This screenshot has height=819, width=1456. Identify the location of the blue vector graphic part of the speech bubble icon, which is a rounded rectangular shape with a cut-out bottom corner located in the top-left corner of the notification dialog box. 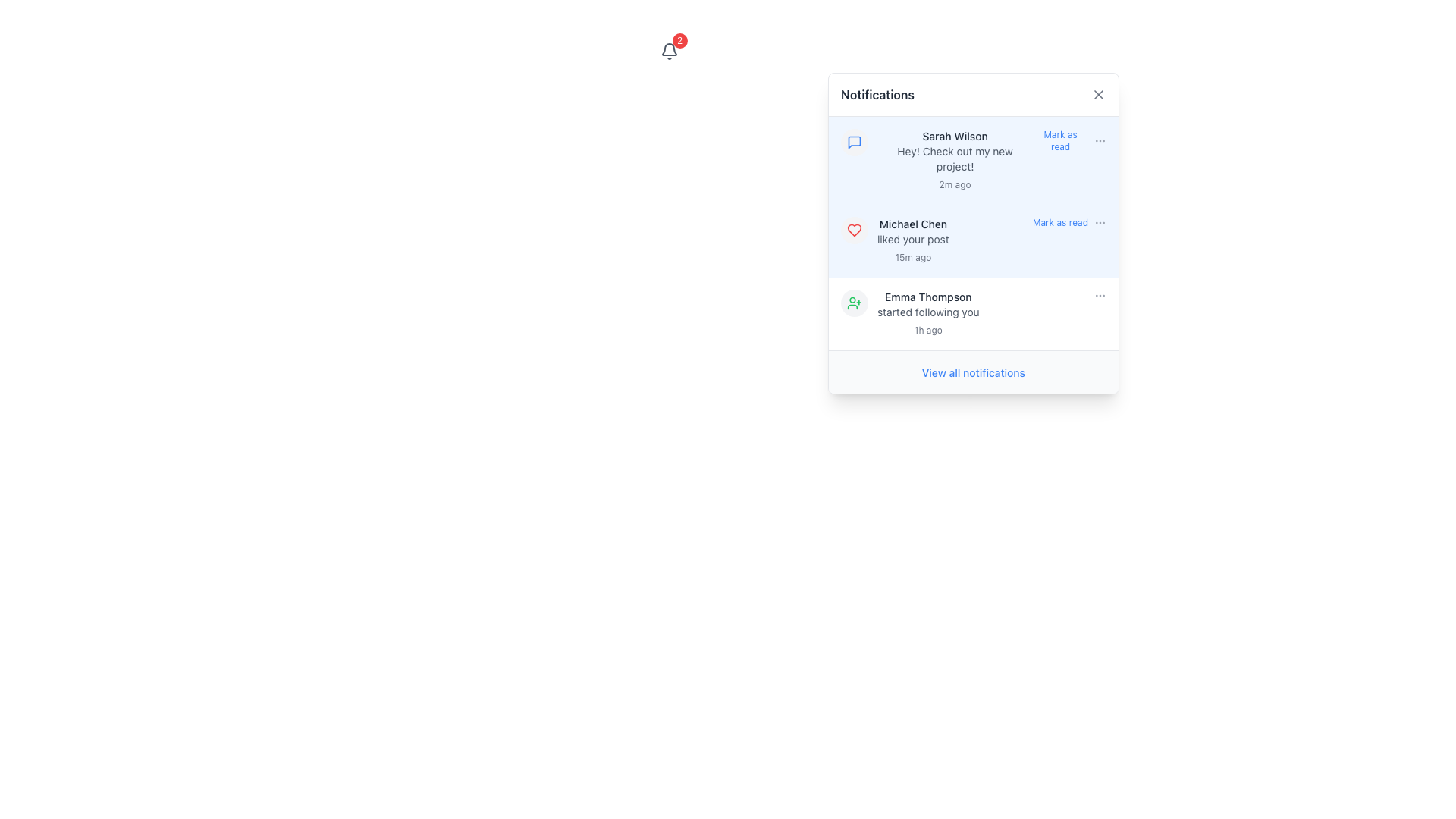
(855, 143).